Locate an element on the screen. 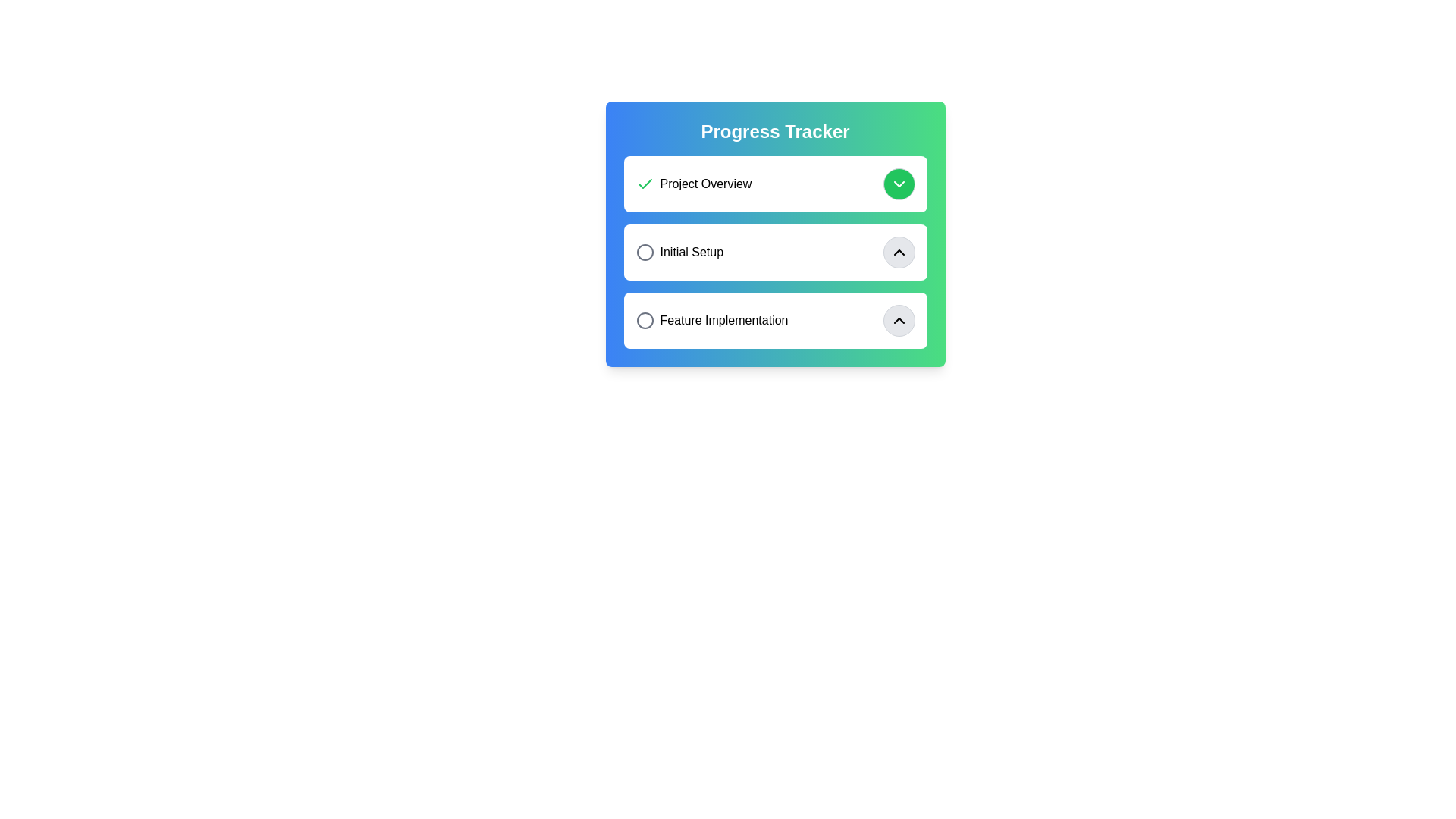 The height and width of the screenshot is (819, 1456). context of the 'Initial Setup' text label, which is styled in black and located to the right of an unfilled circular icon within the 'Progress Tracker' card is located at coordinates (679, 251).